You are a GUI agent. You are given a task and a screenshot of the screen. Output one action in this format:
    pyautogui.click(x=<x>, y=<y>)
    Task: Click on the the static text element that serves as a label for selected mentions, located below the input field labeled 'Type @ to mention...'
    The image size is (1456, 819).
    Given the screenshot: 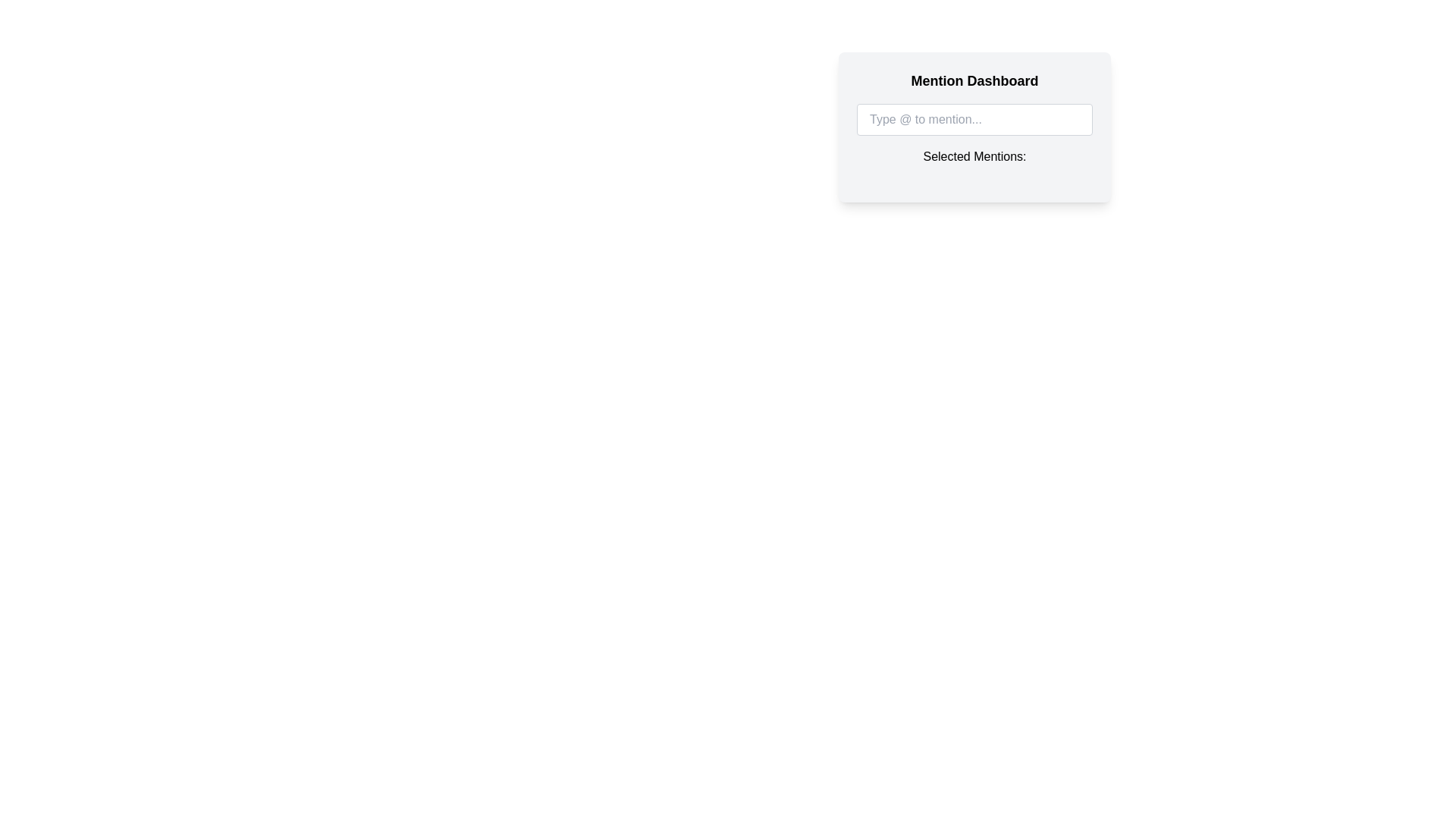 What is the action you would take?
    pyautogui.click(x=974, y=160)
    